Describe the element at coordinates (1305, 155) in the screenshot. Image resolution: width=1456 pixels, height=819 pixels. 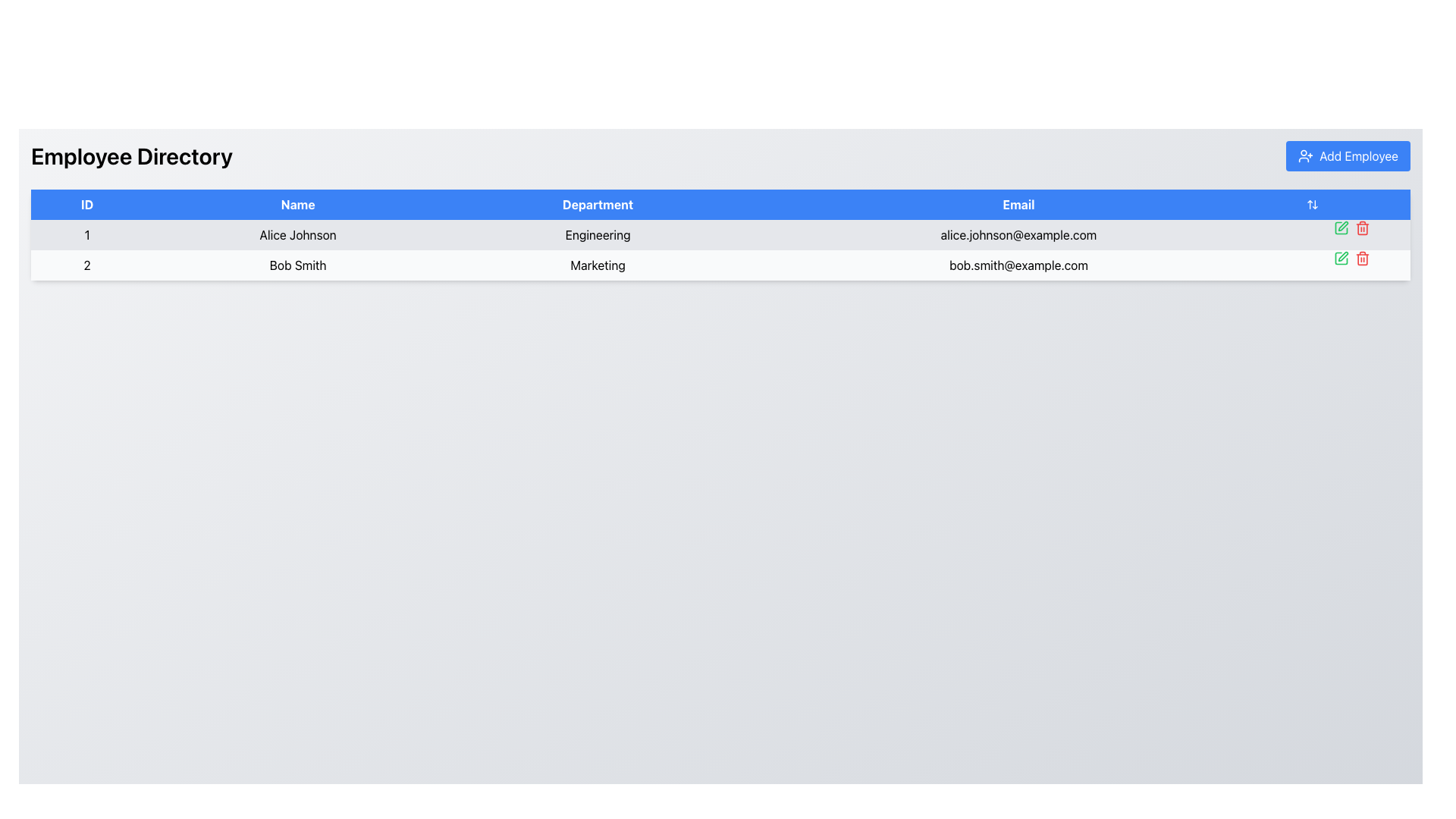
I see `the 'Add Employee' button located at the top-right corner of the interface, which contains an icon styled as a user figure with a plus sign` at that location.